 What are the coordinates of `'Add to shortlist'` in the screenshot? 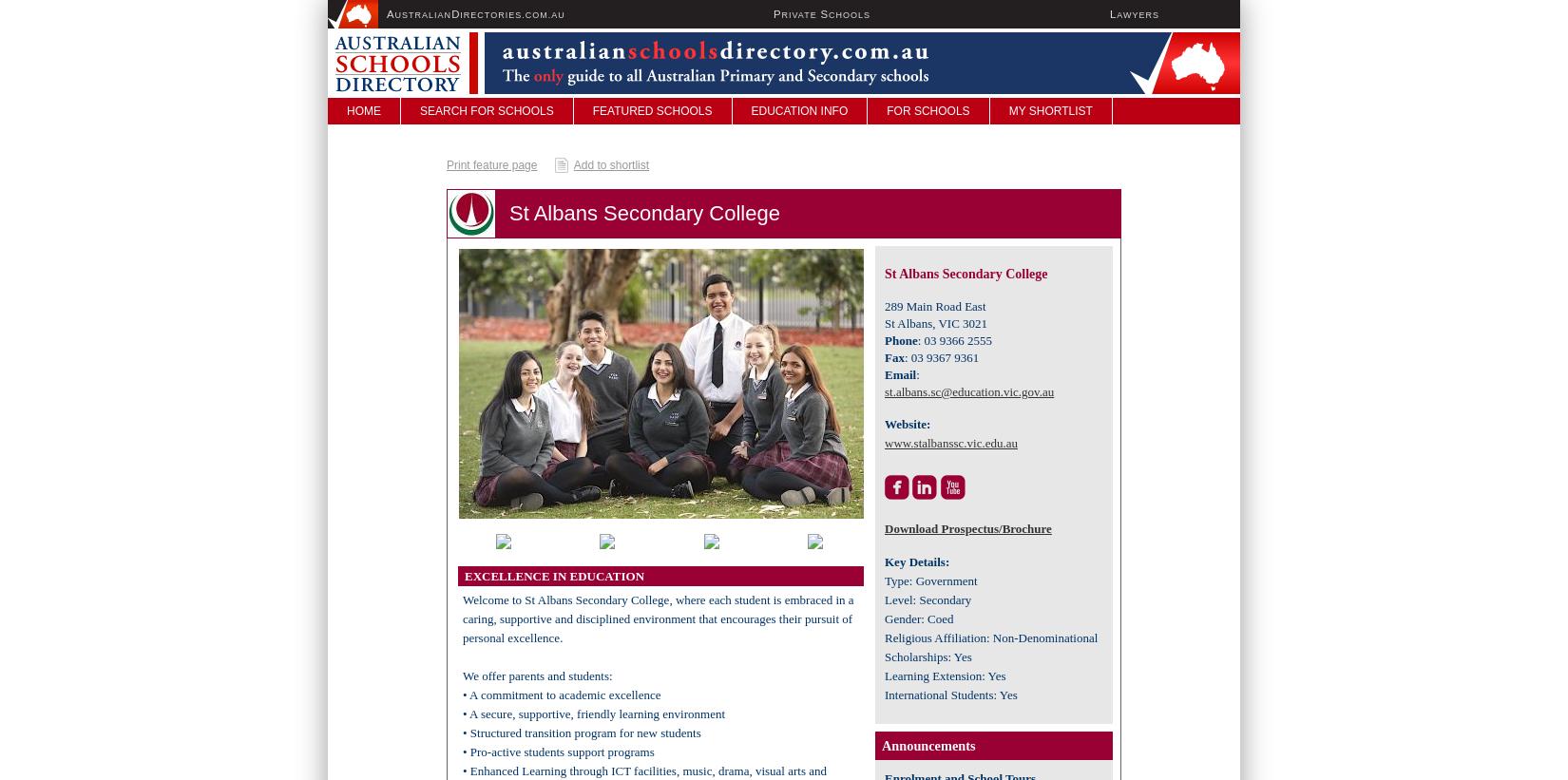 It's located at (572, 164).